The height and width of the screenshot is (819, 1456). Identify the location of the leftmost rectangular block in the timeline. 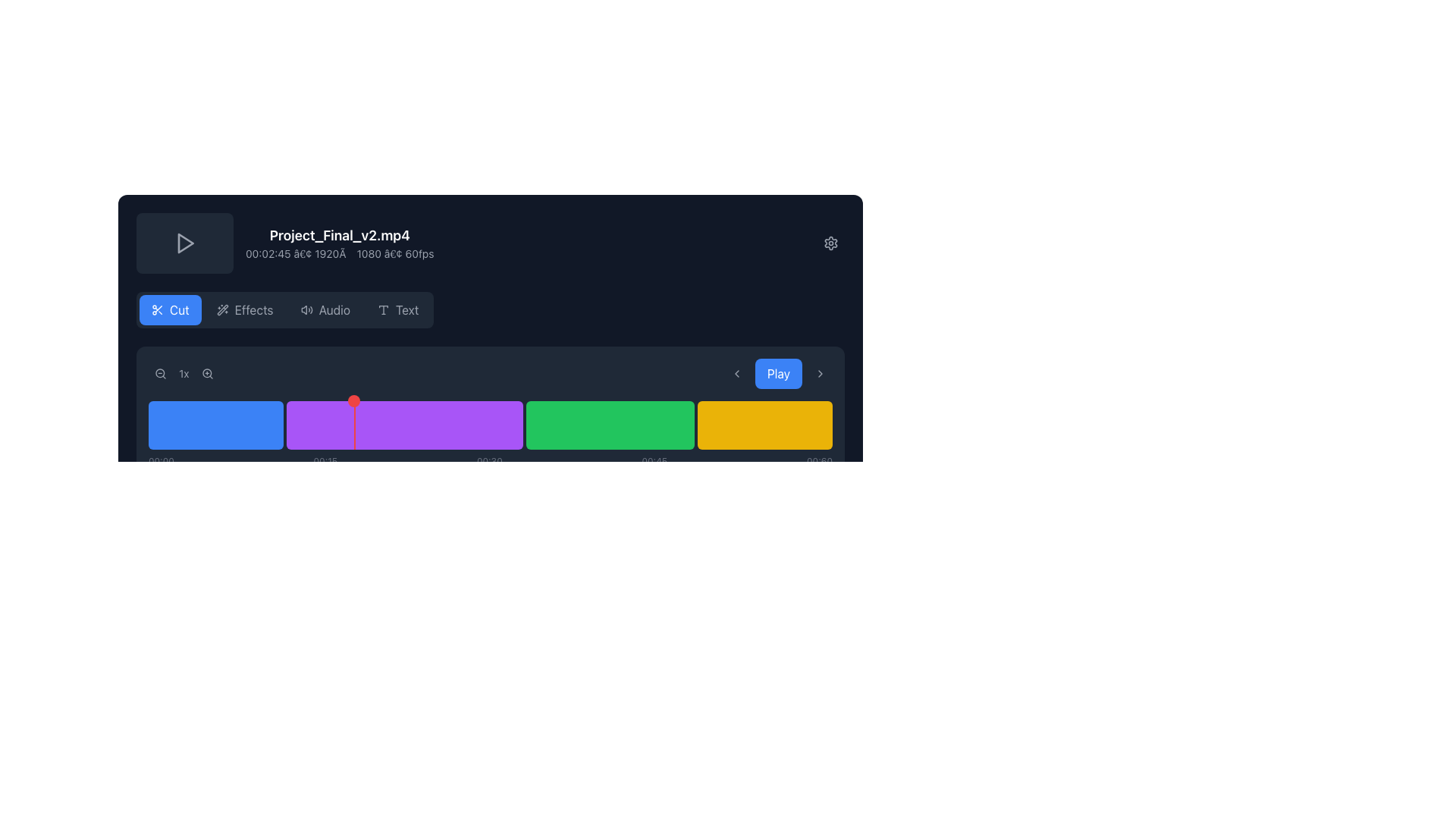
(215, 425).